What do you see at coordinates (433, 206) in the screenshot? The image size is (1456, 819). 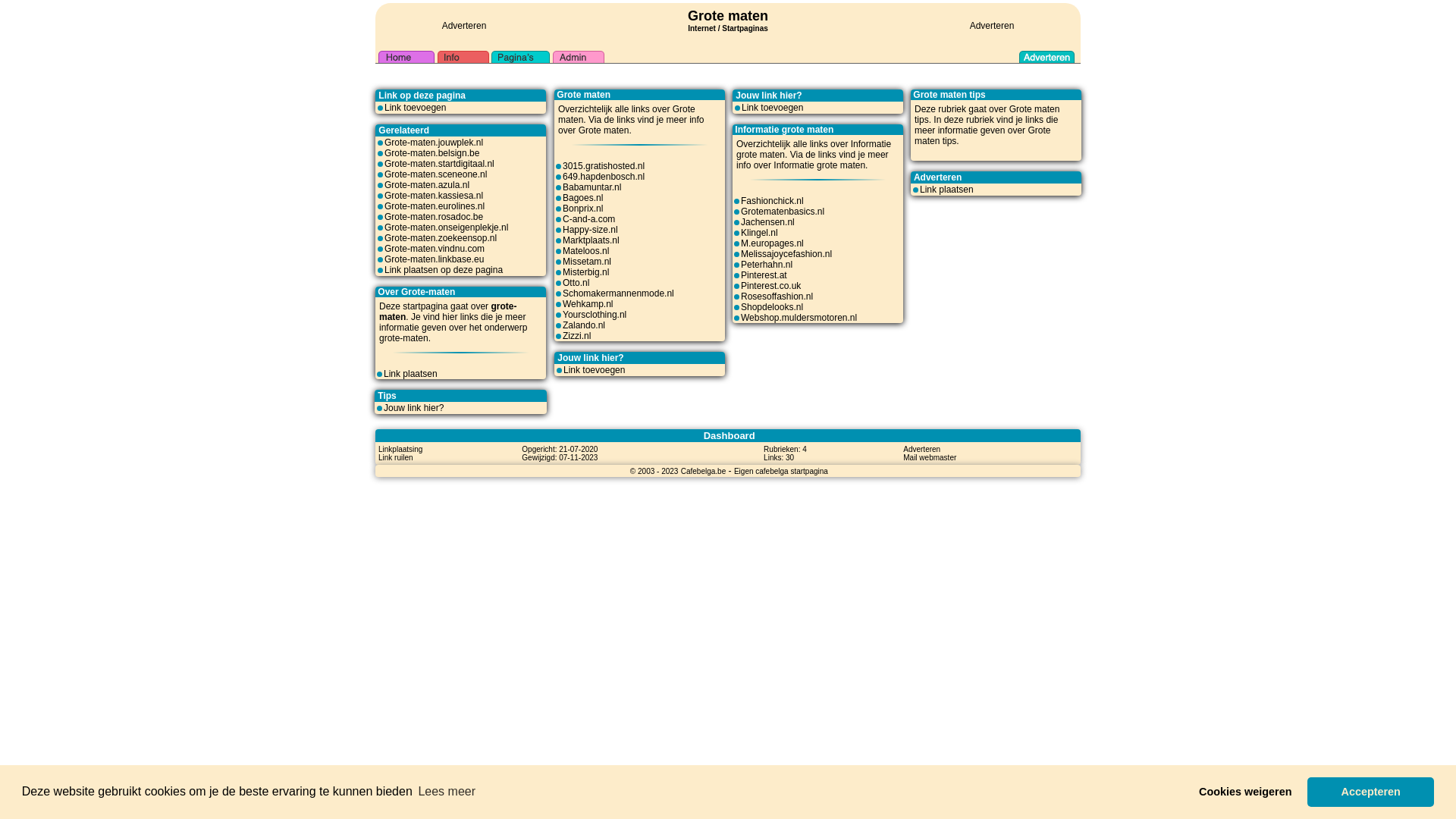 I see `'Grote-maten.eurolines.nl'` at bounding box center [433, 206].